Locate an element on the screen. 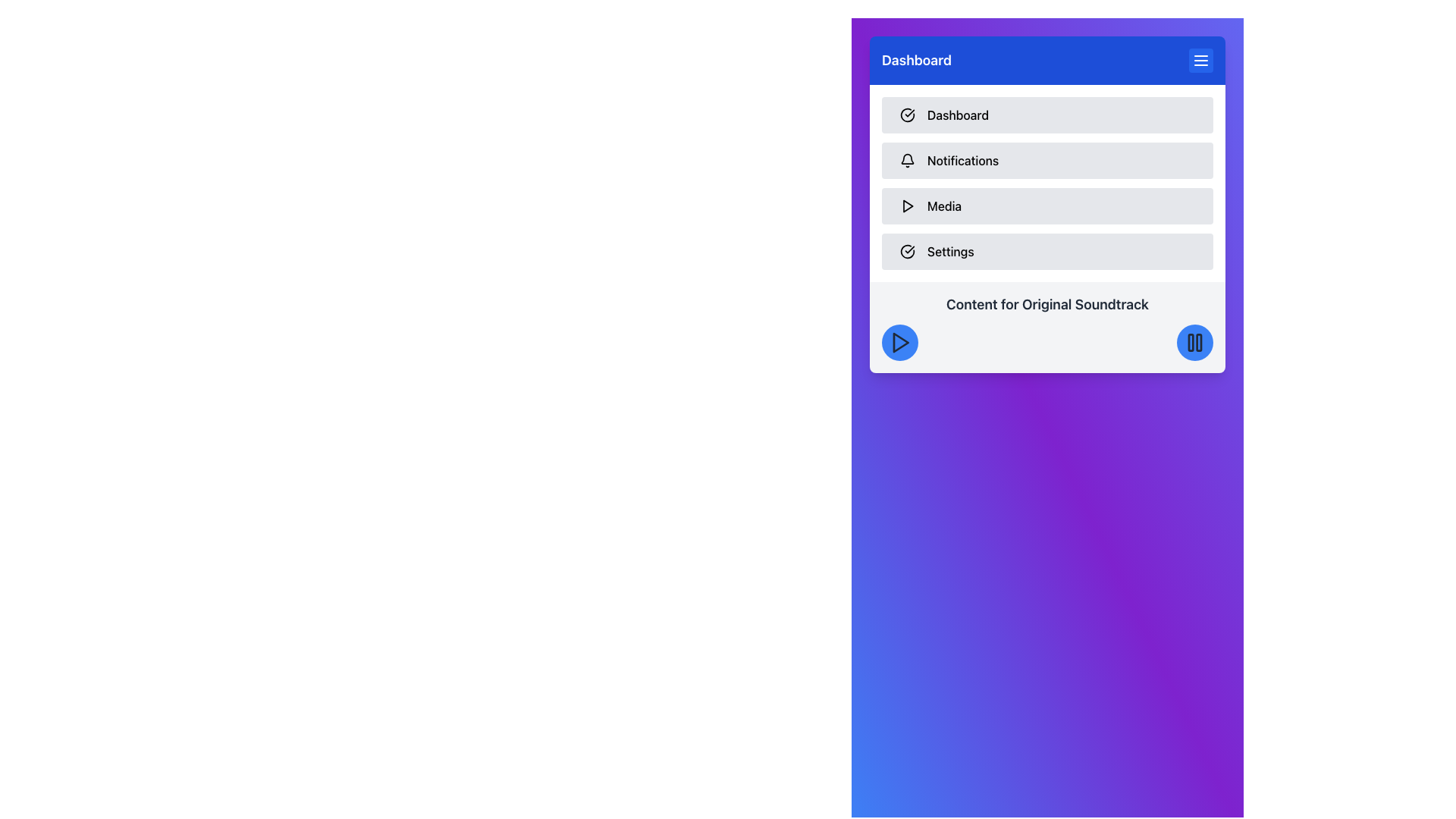  the notification icon resembling a bell located within the 'Notifications' menu item in the Dashboard section is located at coordinates (907, 161).